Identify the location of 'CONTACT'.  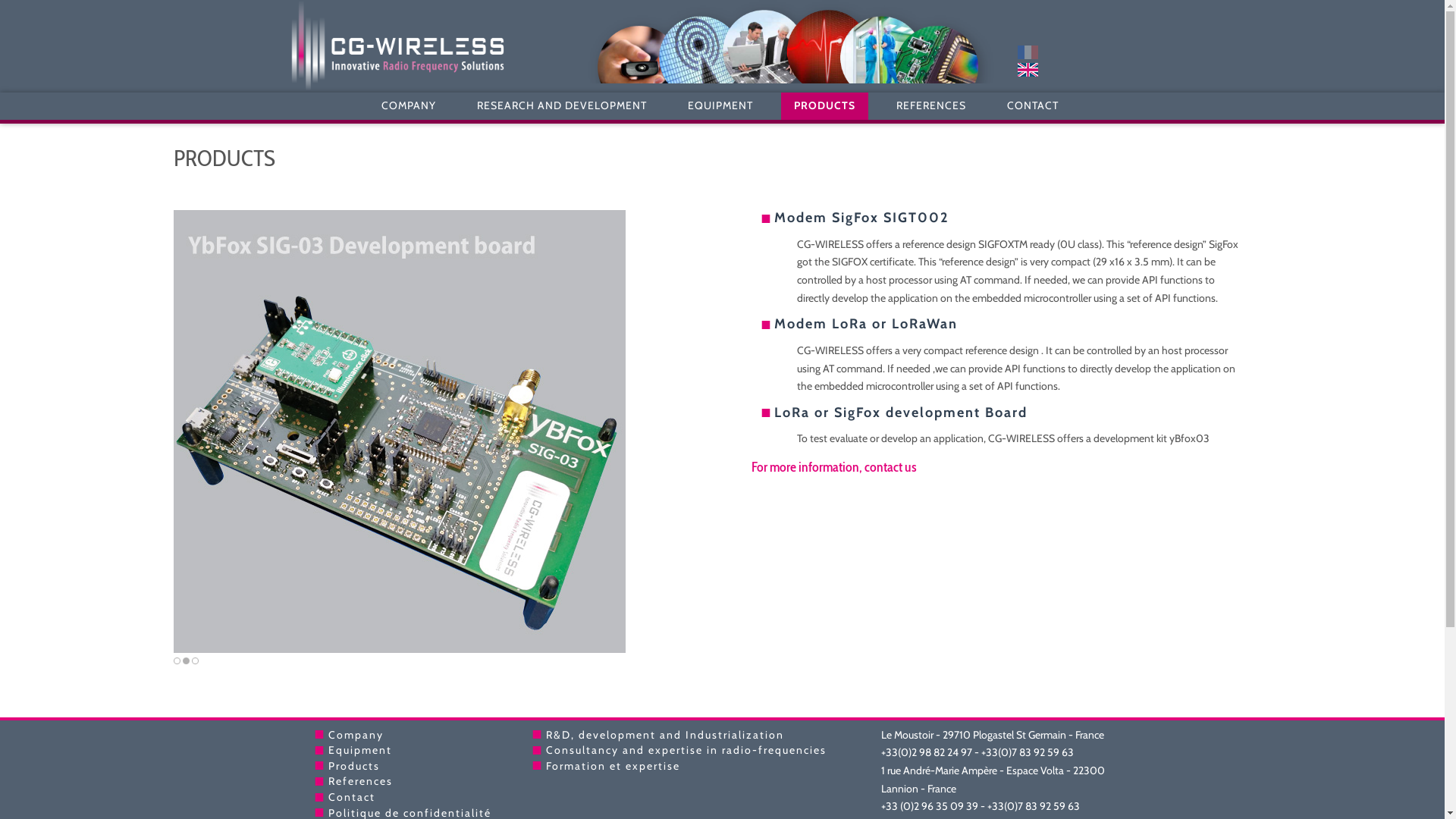
(993, 105).